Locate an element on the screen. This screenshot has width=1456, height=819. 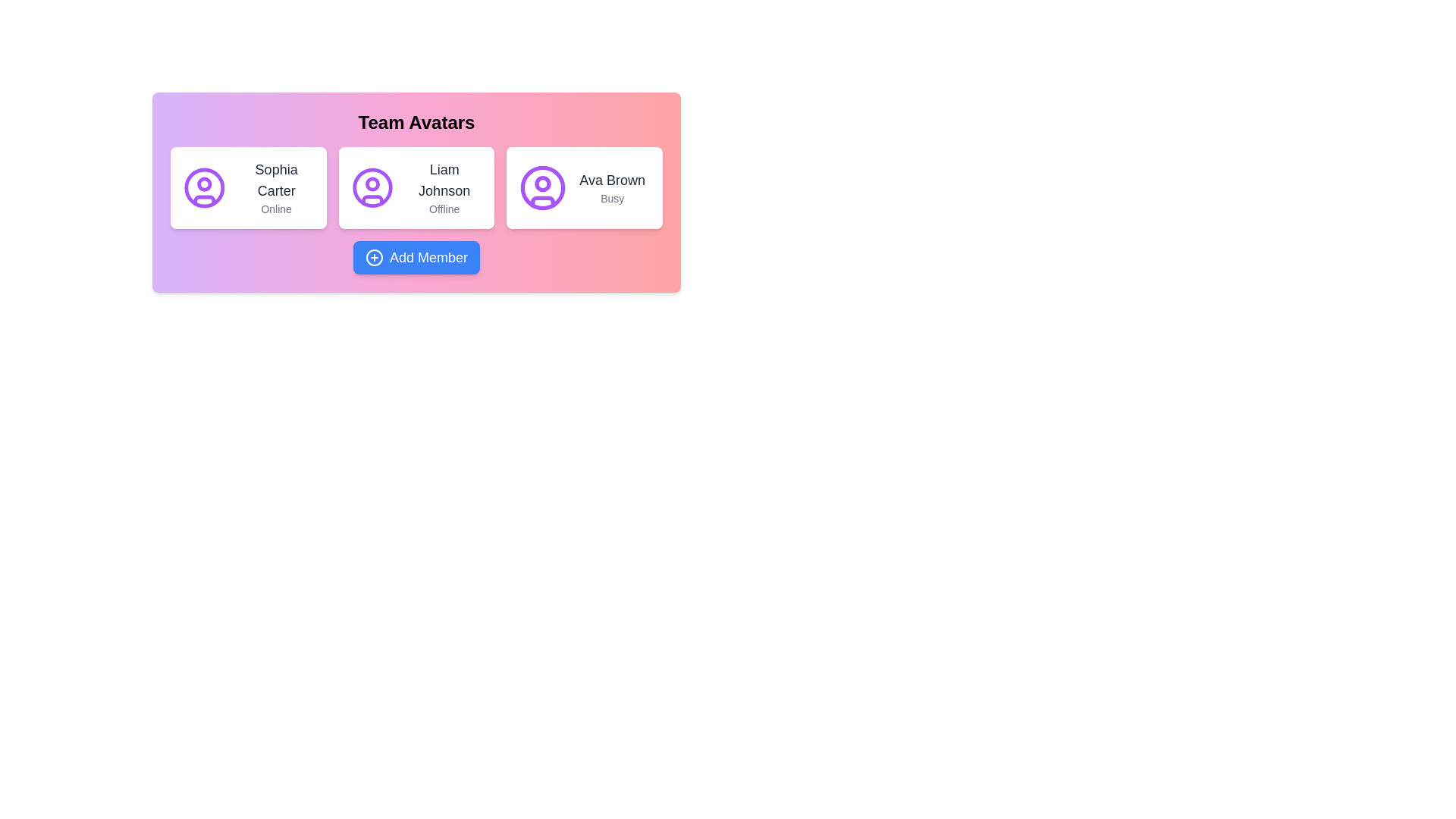
the Text element that serves as the heading for the team members section, positioned centrally at the top and above the list of team members and the 'Add Member' button is located at coordinates (416, 122).